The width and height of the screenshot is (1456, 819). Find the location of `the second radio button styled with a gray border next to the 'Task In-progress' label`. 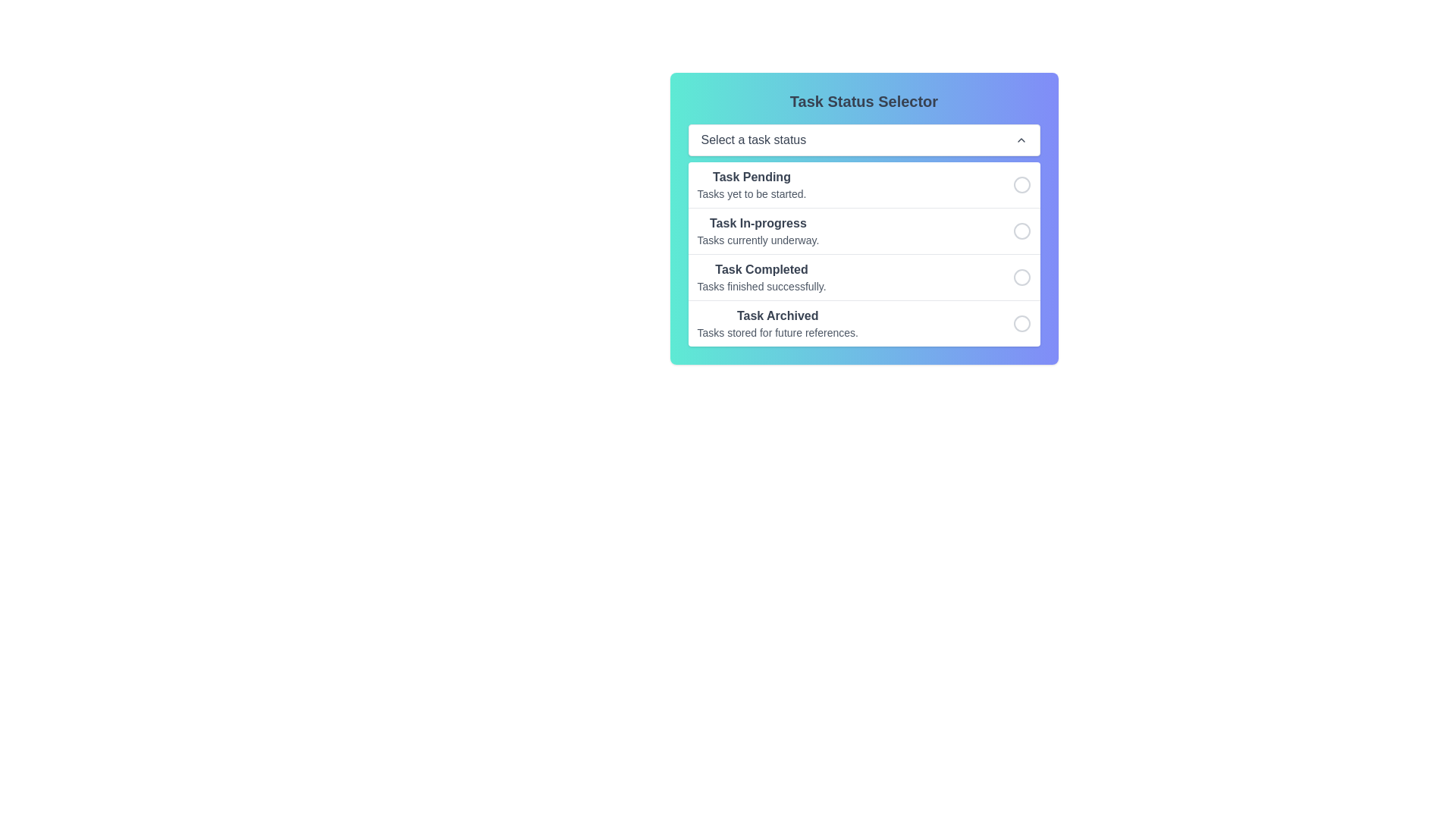

the second radio button styled with a gray border next to the 'Task In-progress' label is located at coordinates (1021, 231).